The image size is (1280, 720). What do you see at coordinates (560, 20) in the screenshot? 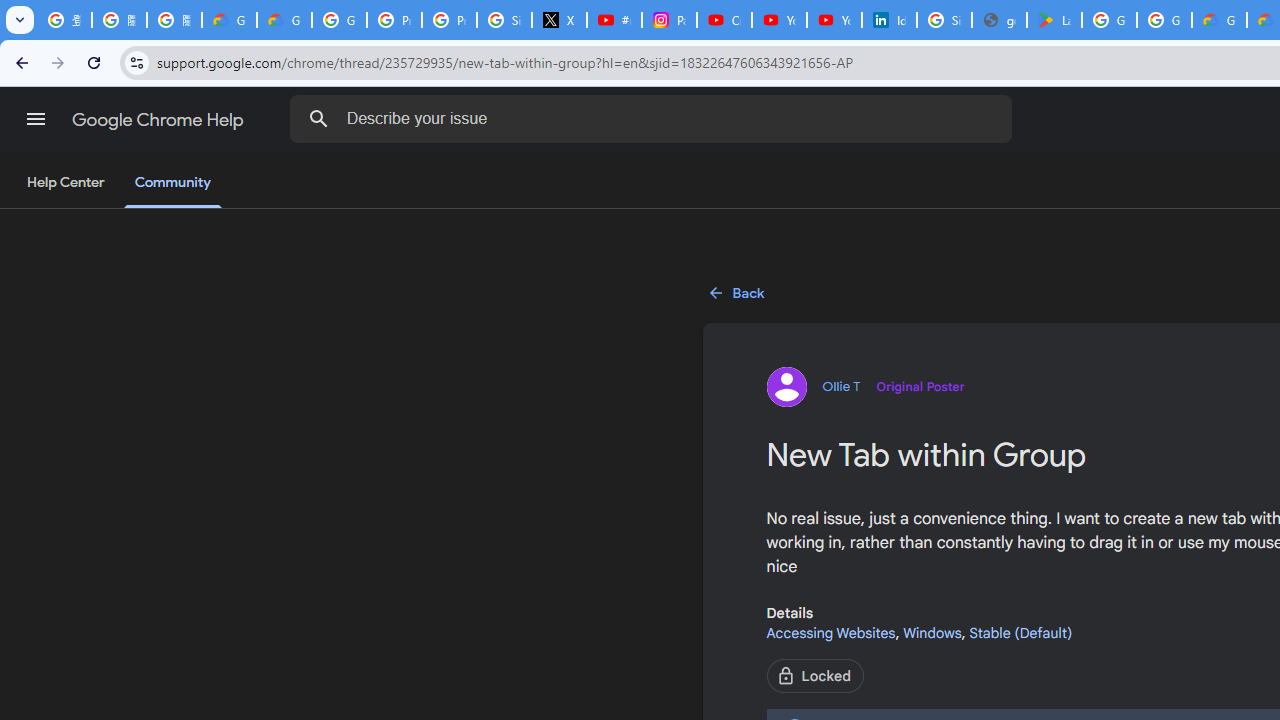
I see `'X'` at bounding box center [560, 20].